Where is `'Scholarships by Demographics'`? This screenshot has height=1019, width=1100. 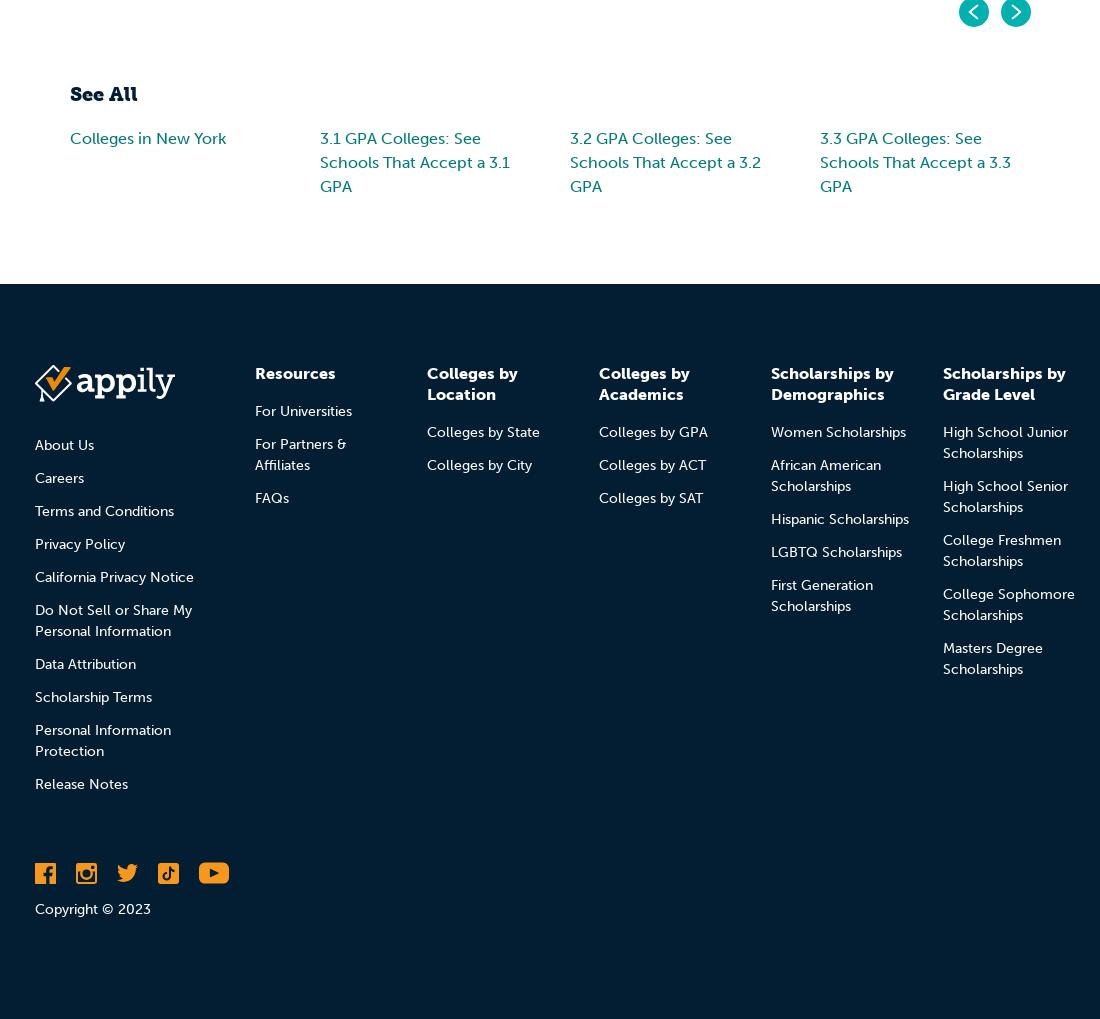 'Scholarships by Demographics' is located at coordinates (831, 382).